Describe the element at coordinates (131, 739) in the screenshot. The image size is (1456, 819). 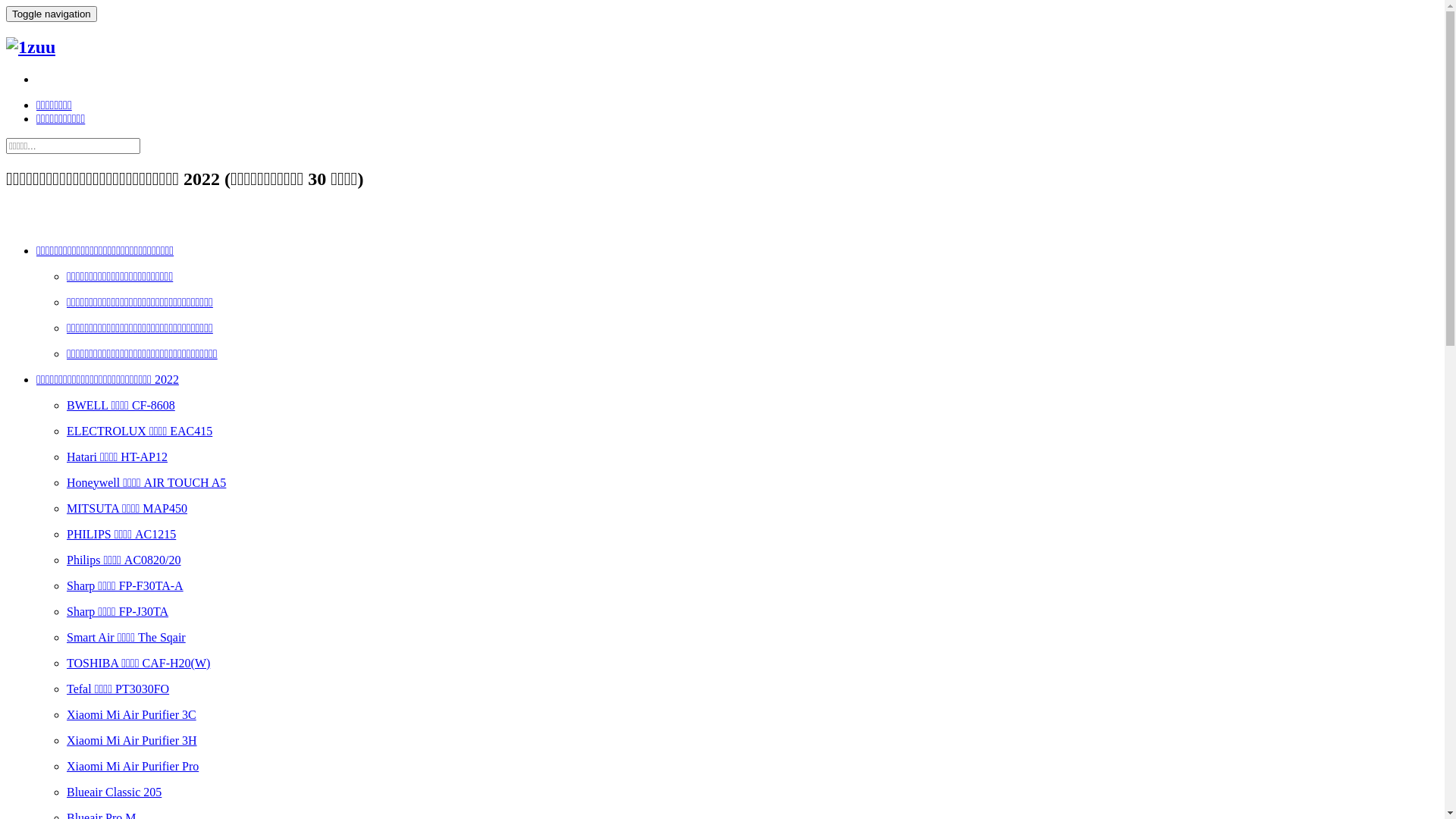
I see `'Xiaomi Mi Air Purifier 3H'` at that location.